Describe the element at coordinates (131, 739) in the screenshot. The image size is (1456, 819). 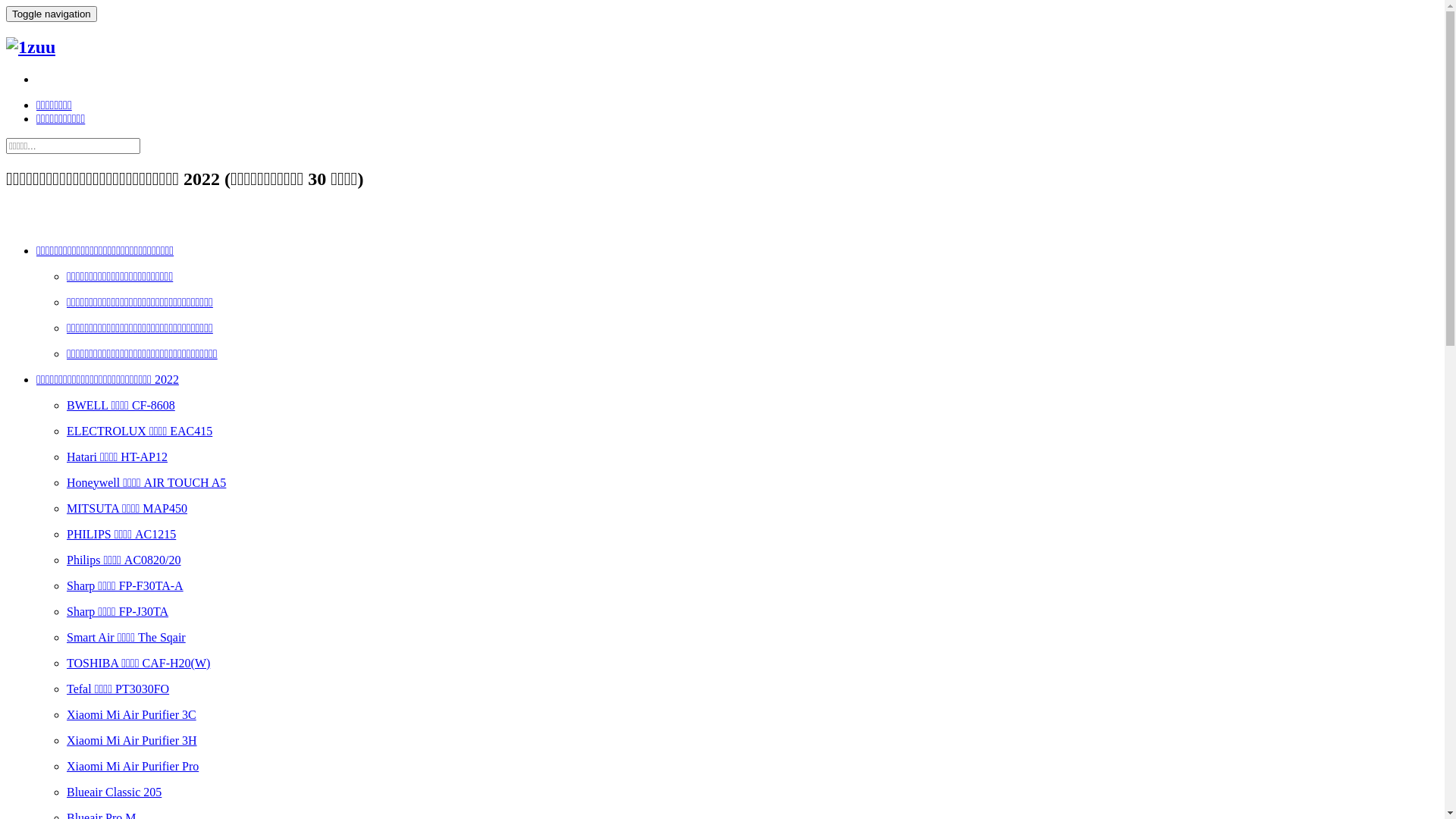
I see `'Xiaomi Mi Air Purifier 3H'` at that location.